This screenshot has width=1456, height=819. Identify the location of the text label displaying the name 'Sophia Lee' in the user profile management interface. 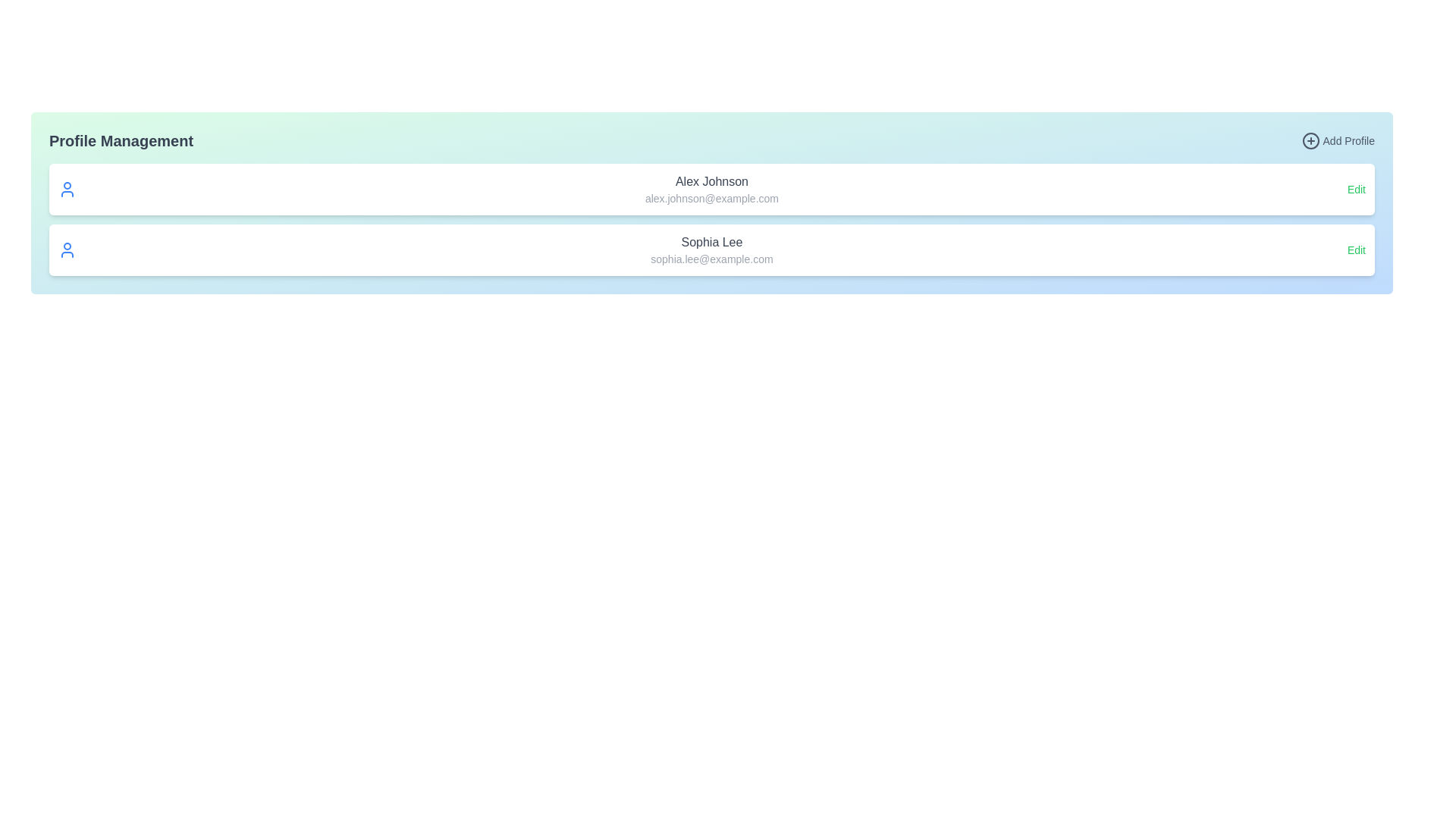
(711, 242).